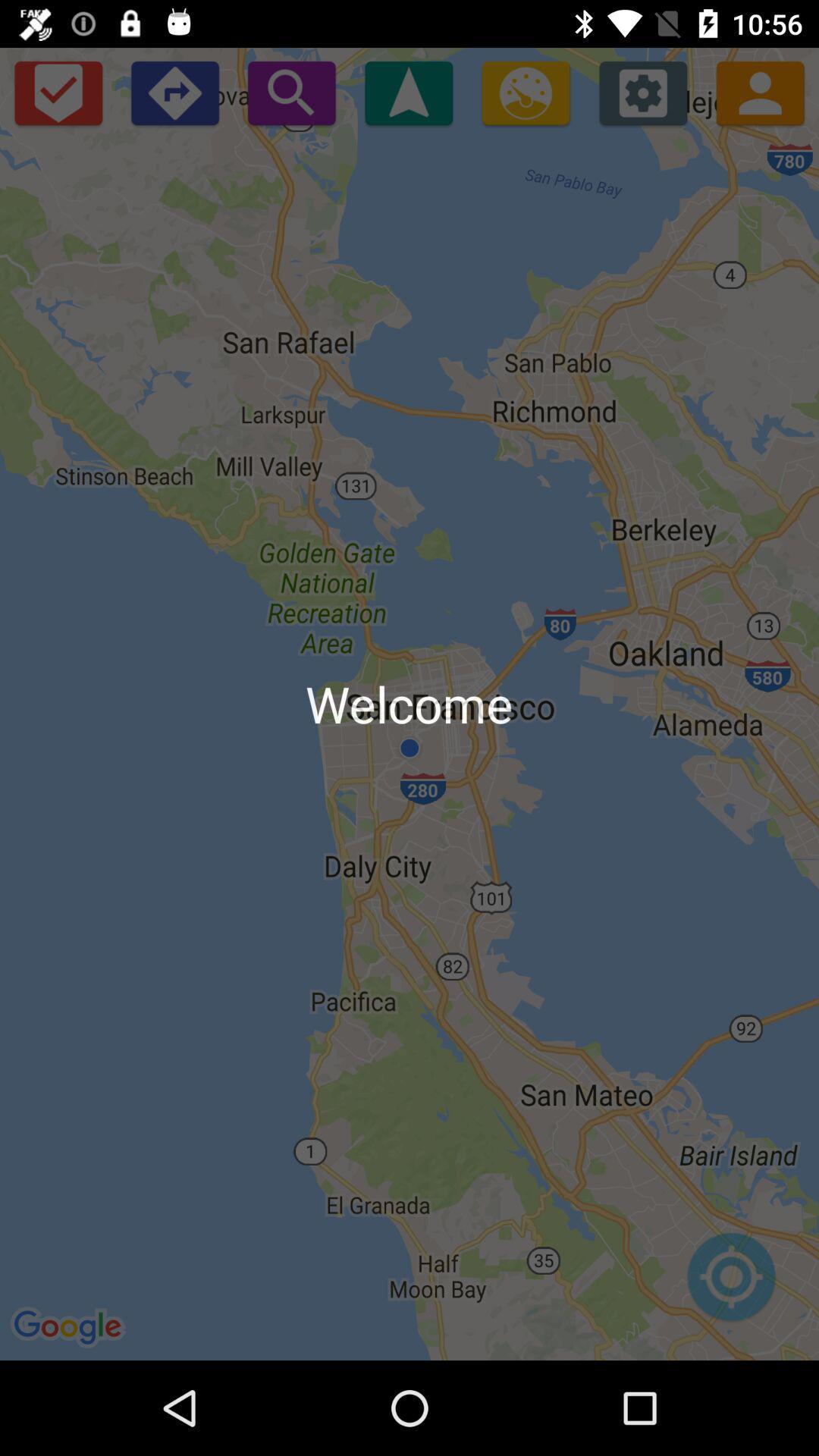 This screenshot has width=819, height=1456. Describe the element at coordinates (643, 92) in the screenshot. I see `the settings icon` at that location.